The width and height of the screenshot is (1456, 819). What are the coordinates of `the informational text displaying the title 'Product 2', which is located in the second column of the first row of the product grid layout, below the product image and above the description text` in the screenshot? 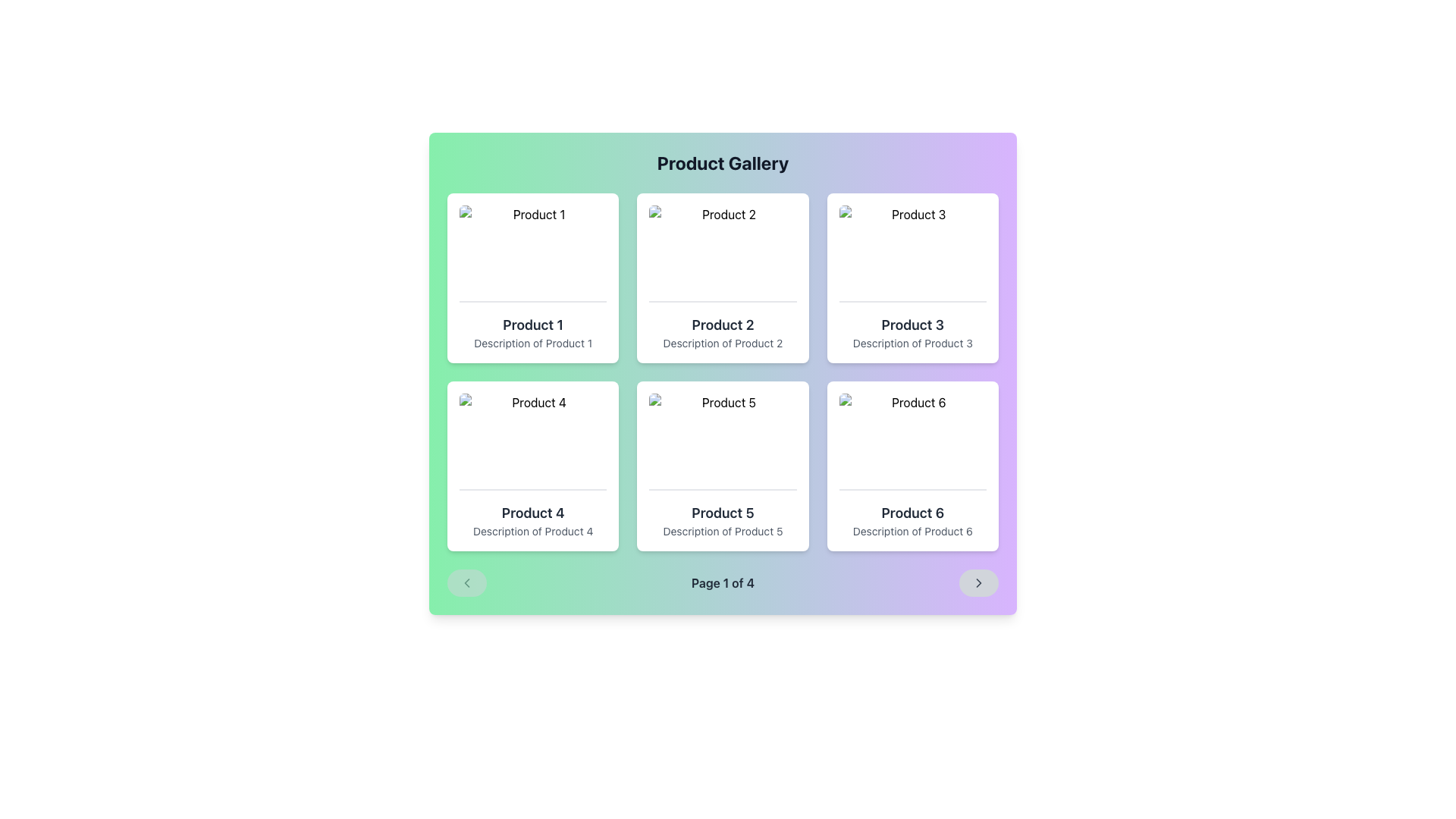 It's located at (722, 324).